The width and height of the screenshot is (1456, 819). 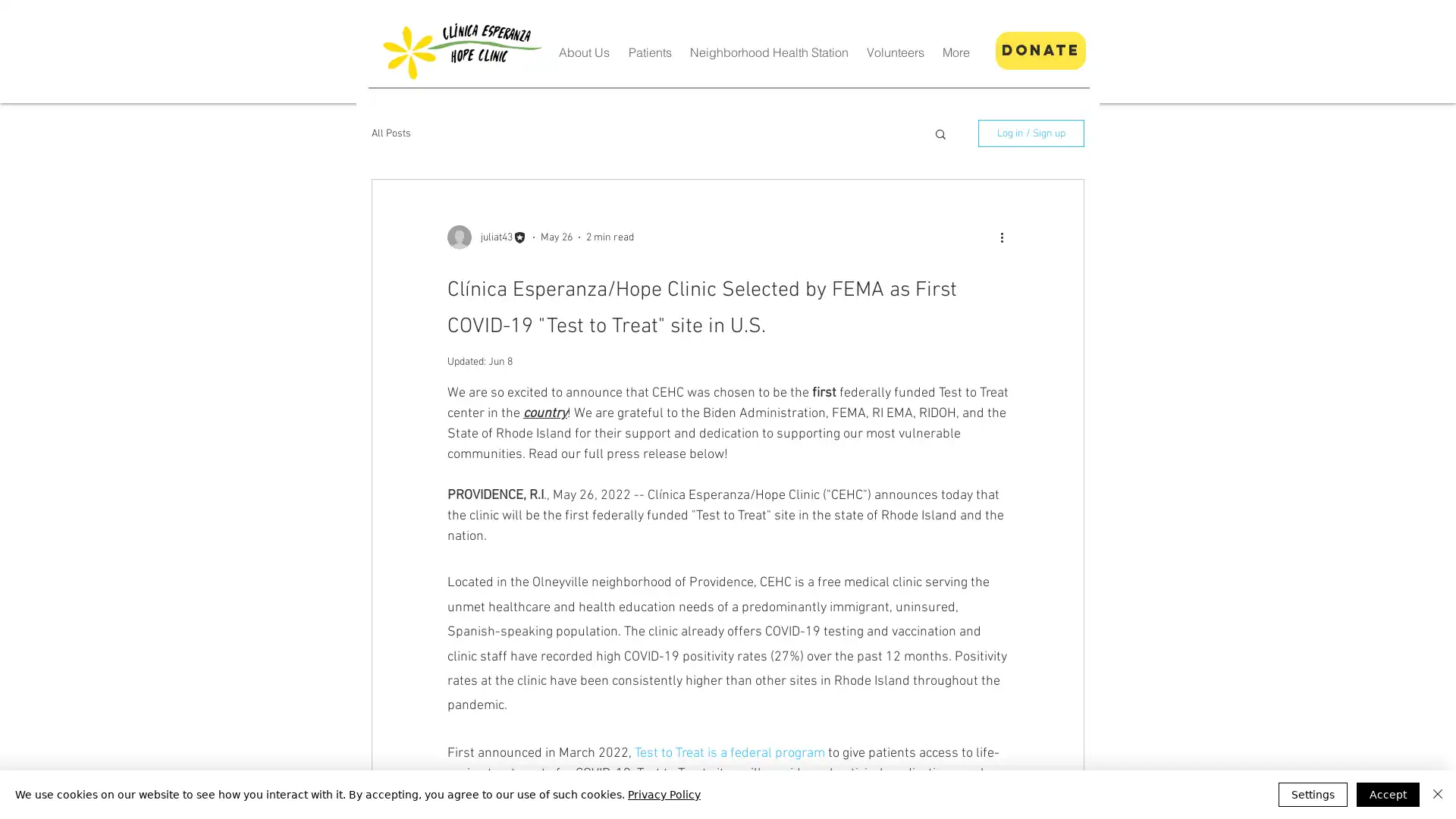 I want to click on Search, so click(x=940, y=134).